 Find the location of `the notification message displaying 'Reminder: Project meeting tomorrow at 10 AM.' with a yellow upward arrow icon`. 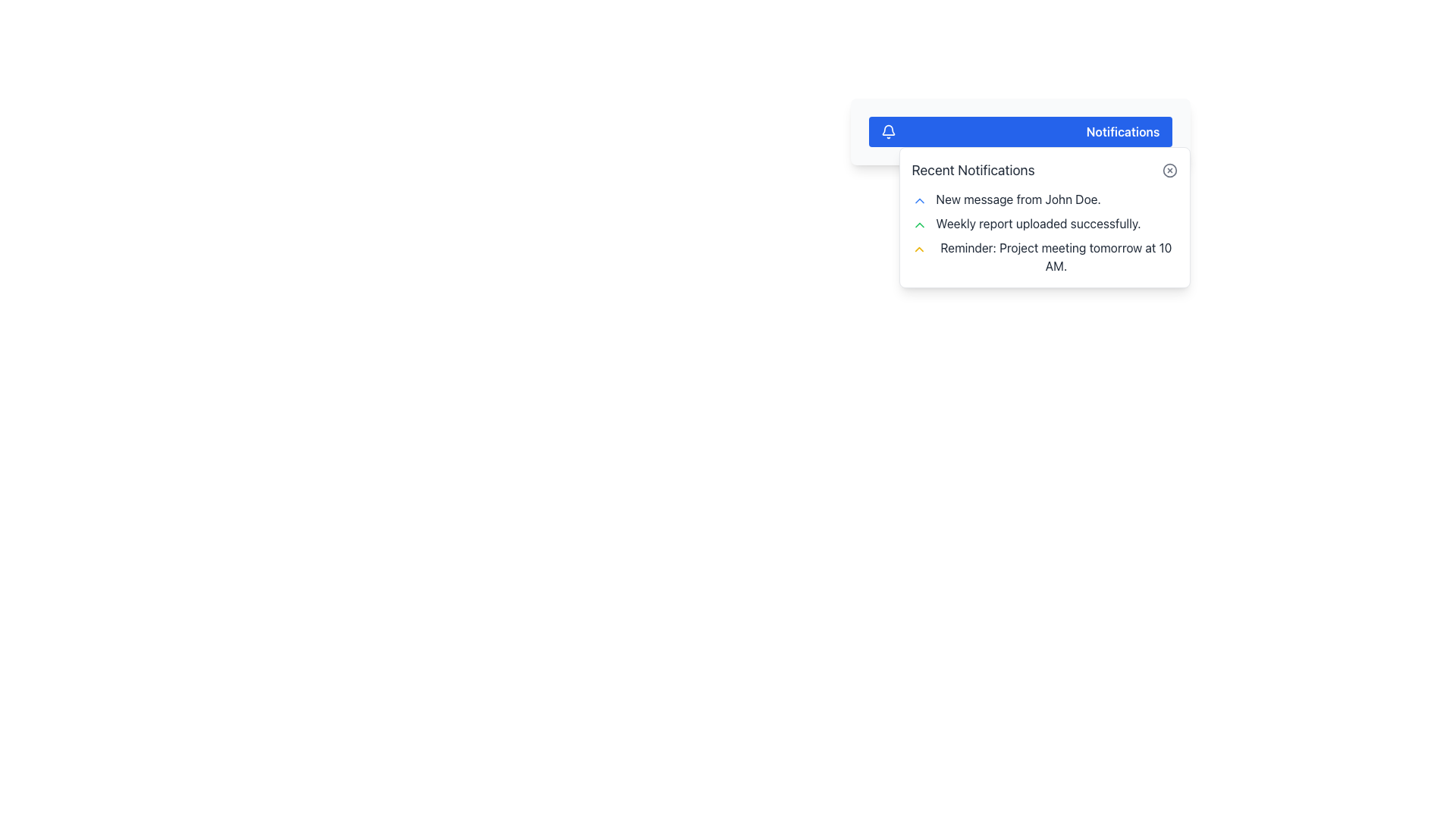

the notification message displaying 'Reminder: Project meeting tomorrow at 10 AM.' with a yellow upward arrow icon is located at coordinates (1043, 256).